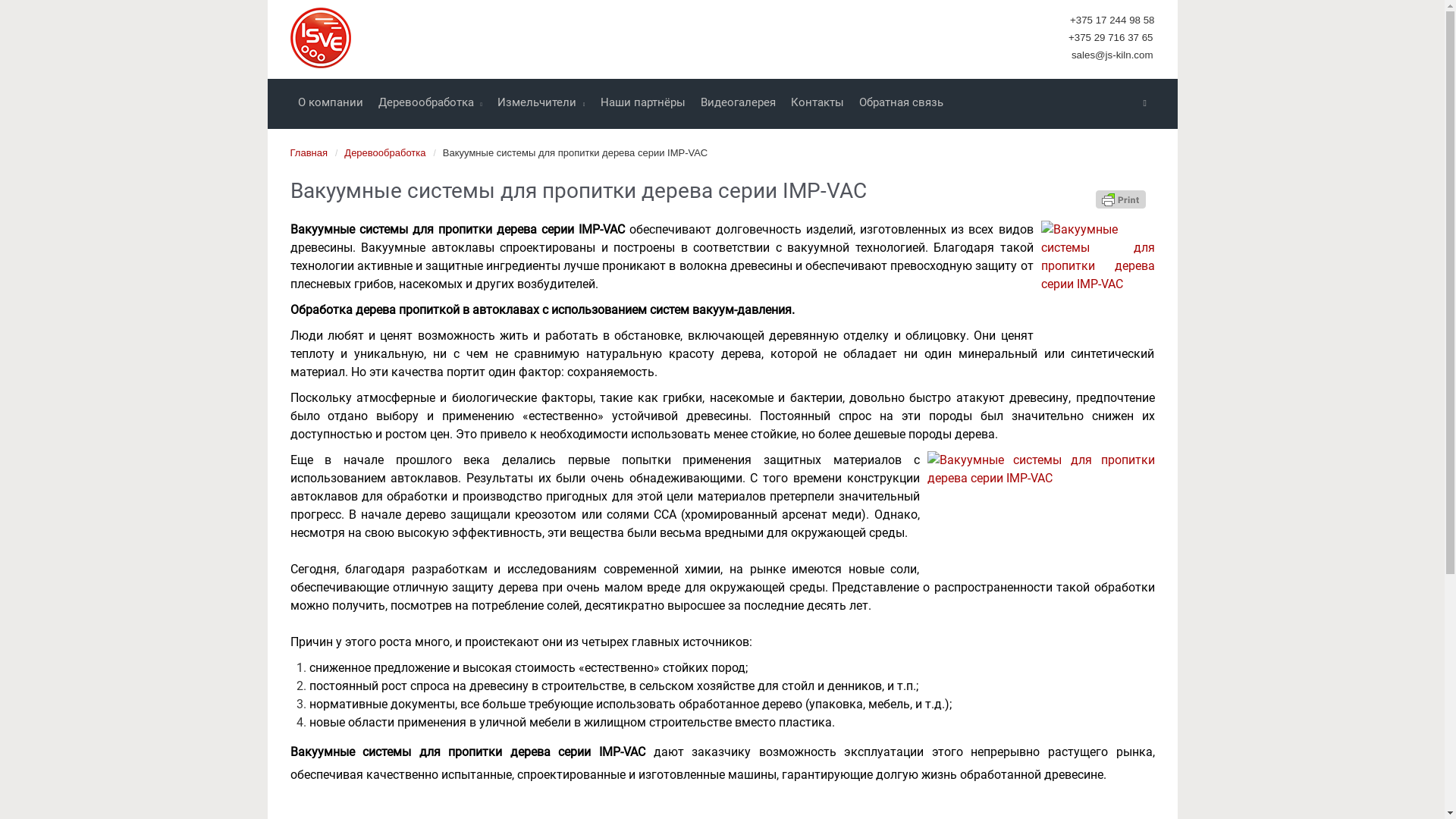 This screenshot has width=1456, height=819. I want to click on 'Printer Friendly, PDF & Email', so click(1095, 198).